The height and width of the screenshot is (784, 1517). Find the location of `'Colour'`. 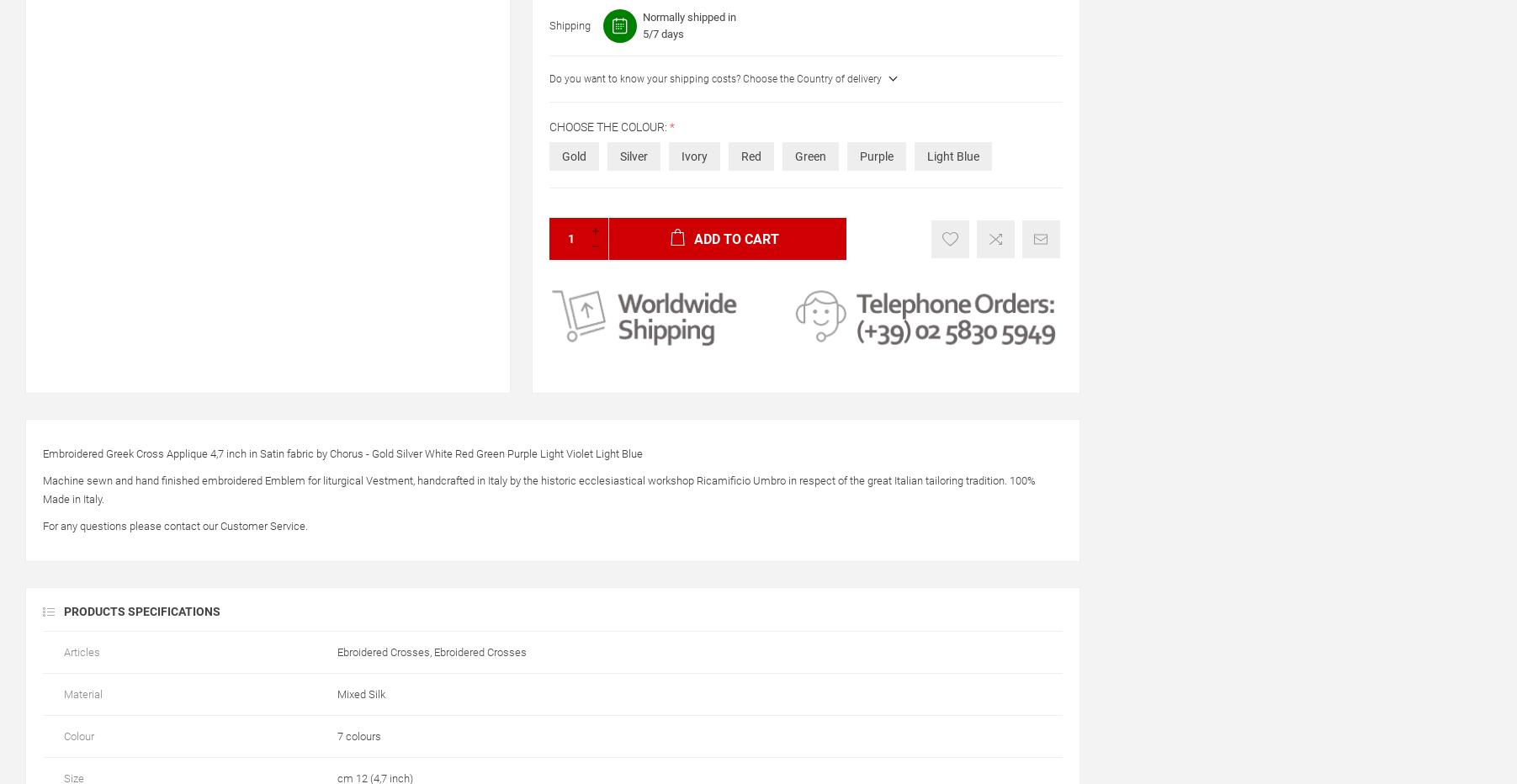

'Colour' is located at coordinates (78, 734).